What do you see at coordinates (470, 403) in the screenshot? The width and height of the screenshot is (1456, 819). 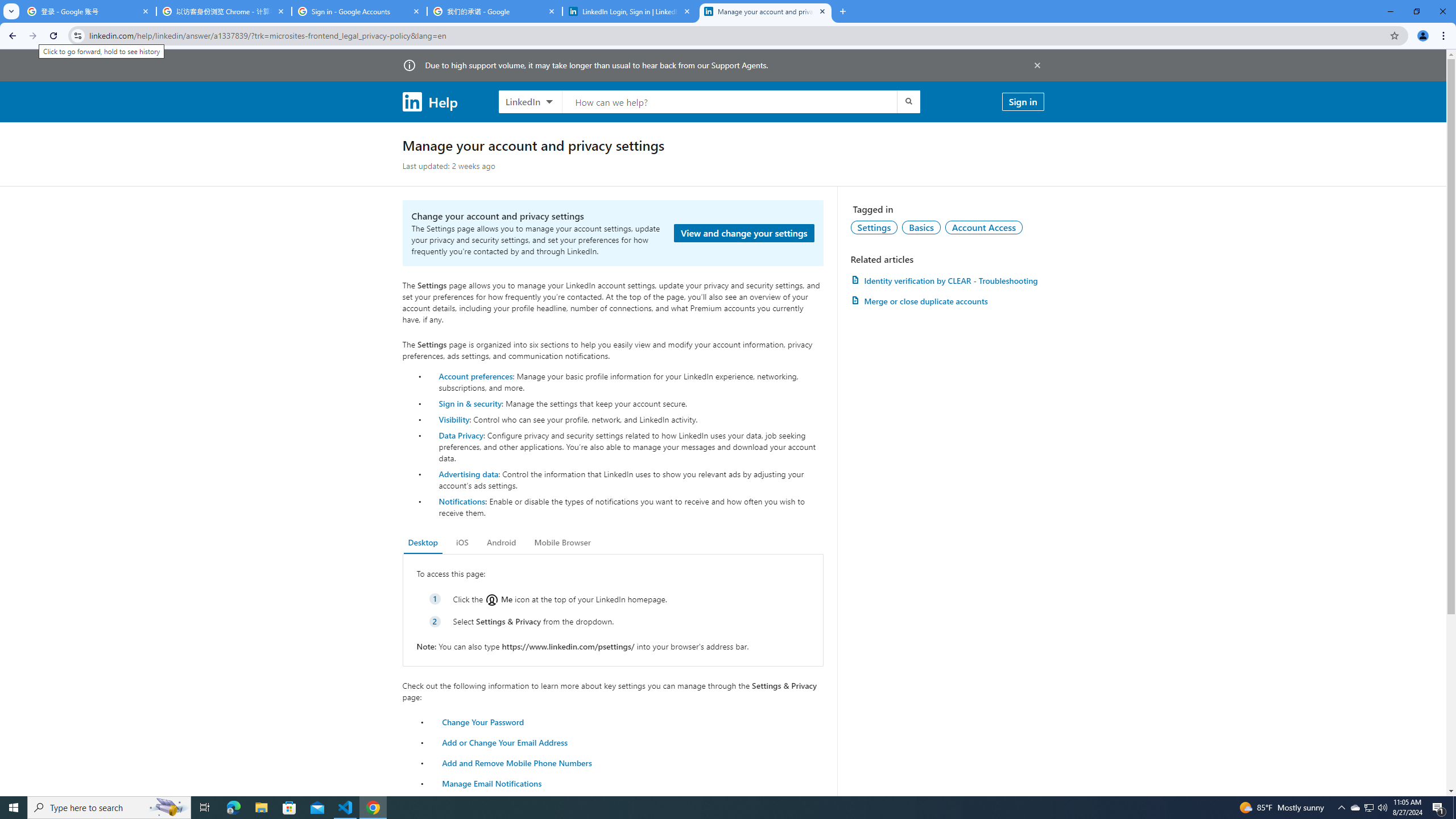 I see `'Sign in & security'` at bounding box center [470, 403].